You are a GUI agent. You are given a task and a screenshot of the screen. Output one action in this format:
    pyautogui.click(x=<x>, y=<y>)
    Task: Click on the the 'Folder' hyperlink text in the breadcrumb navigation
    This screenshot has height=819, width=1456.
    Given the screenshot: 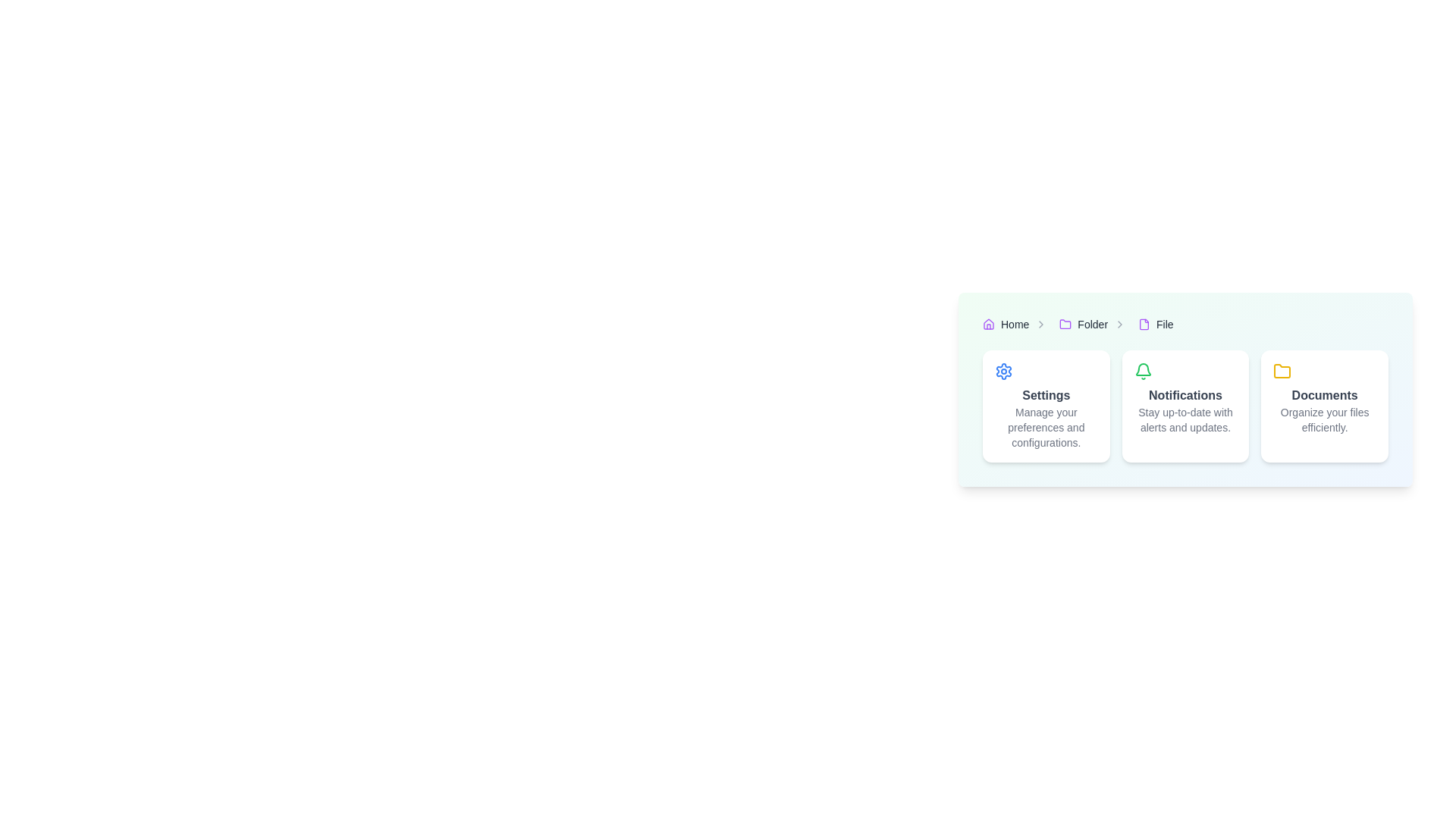 What is the action you would take?
    pyautogui.click(x=1092, y=324)
    